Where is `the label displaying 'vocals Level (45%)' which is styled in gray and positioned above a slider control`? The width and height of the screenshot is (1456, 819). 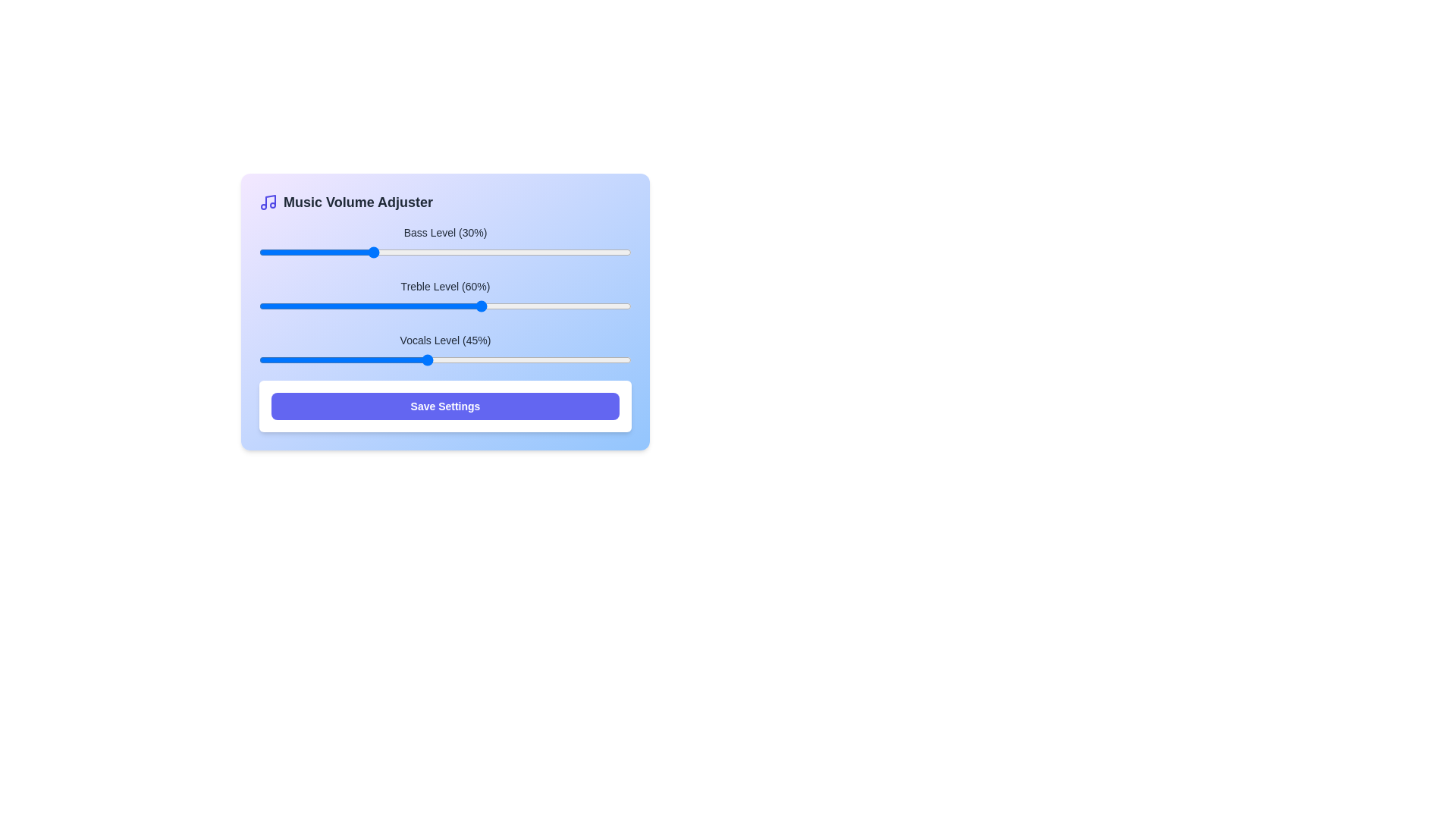
the label displaying 'vocals Level (45%)' which is styled in gray and positioned above a slider control is located at coordinates (444, 339).